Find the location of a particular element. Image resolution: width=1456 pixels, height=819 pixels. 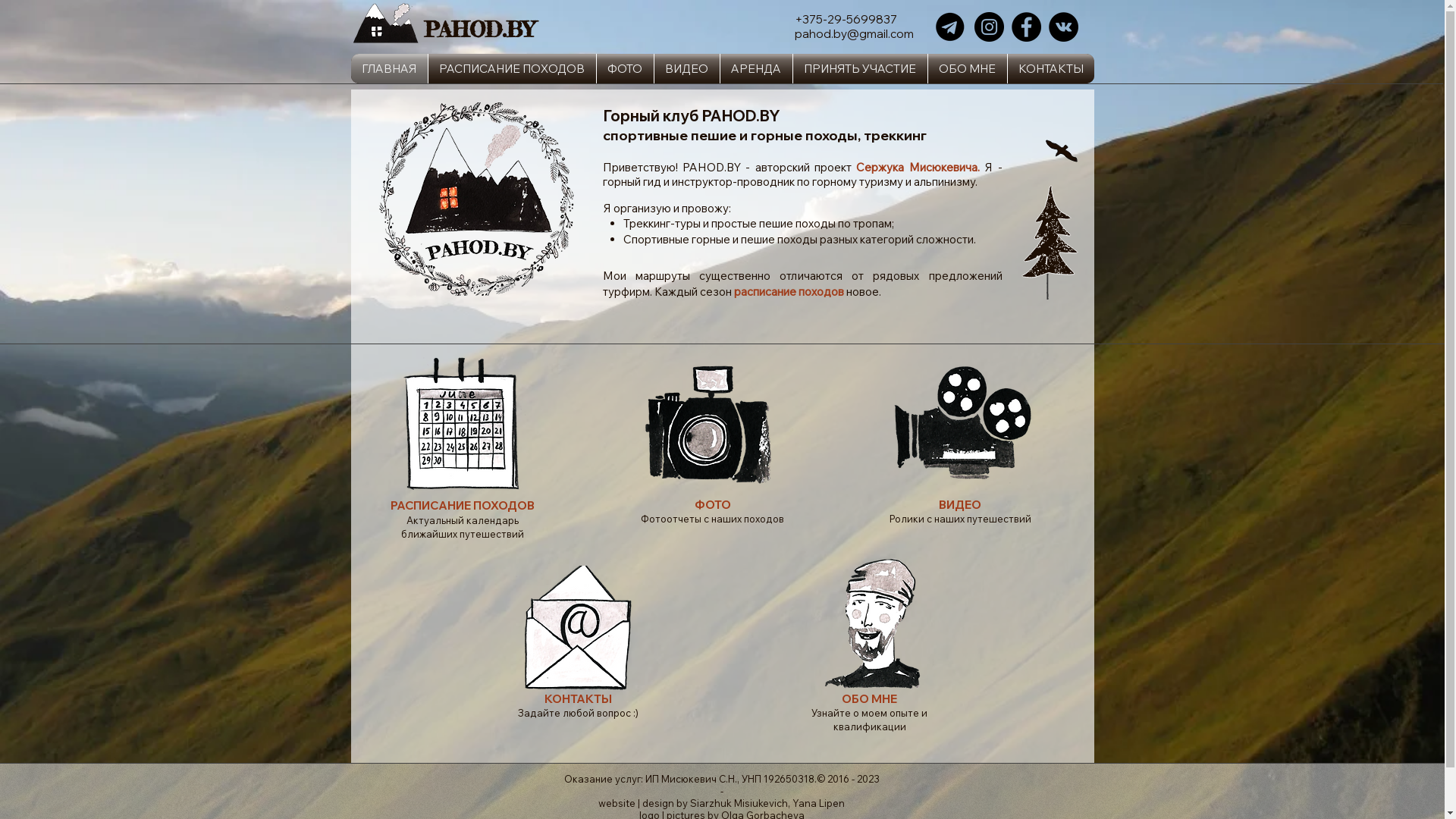

'pahod.by@gmail.com' is located at coordinates (854, 33).